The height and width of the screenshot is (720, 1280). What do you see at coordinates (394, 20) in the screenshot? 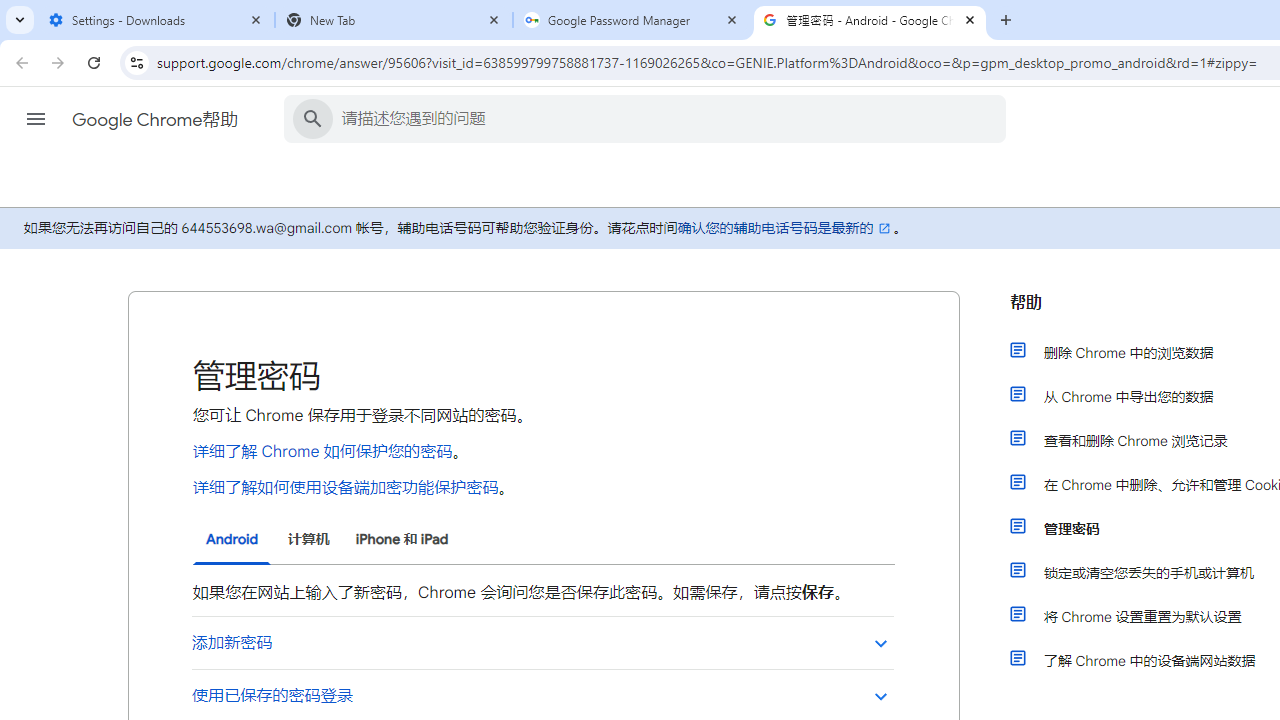
I see `'New Tab'` at bounding box center [394, 20].